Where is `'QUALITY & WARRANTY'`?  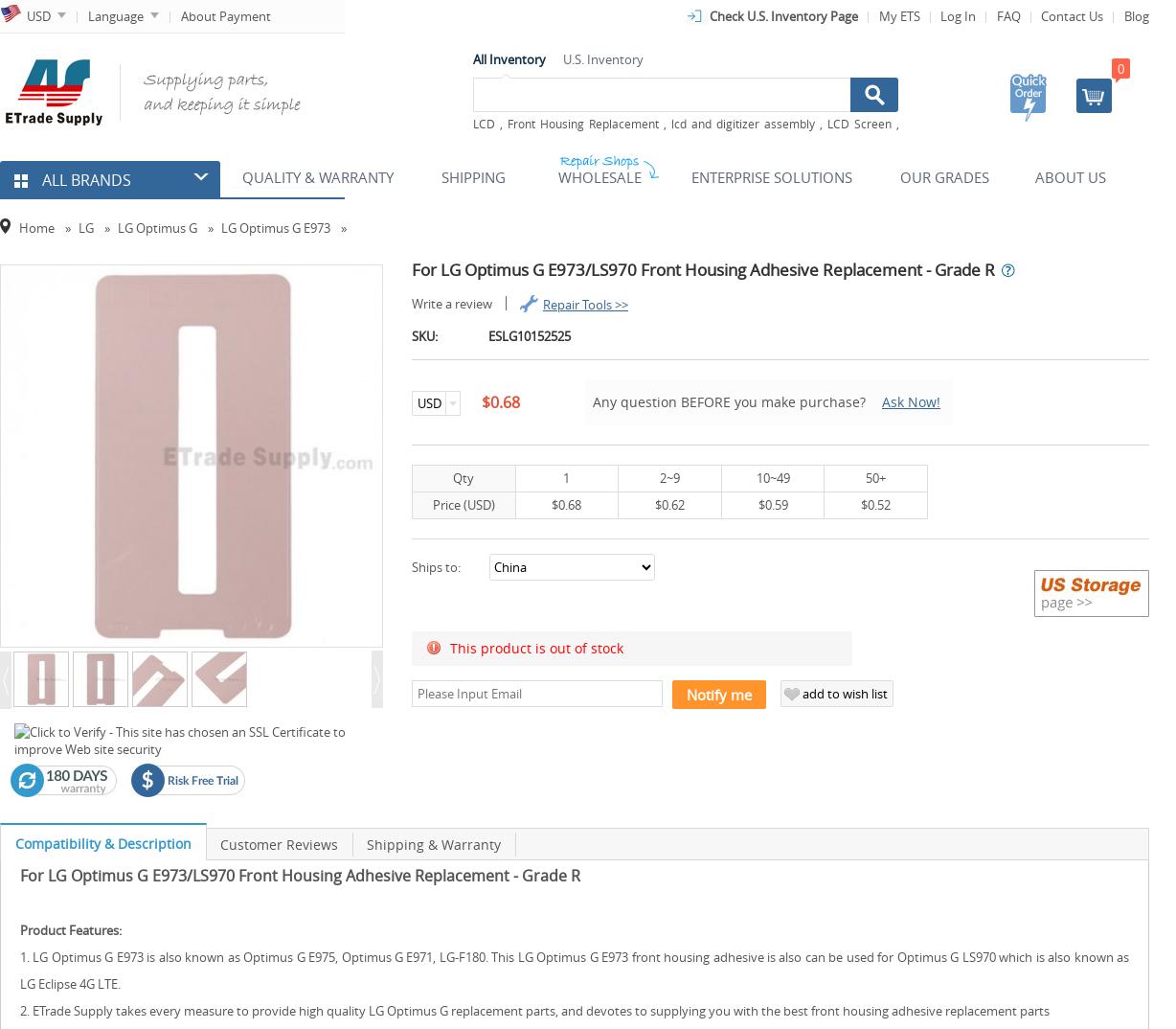
'QUALITY & WARRANTY' is located at coordinates (318, 177).